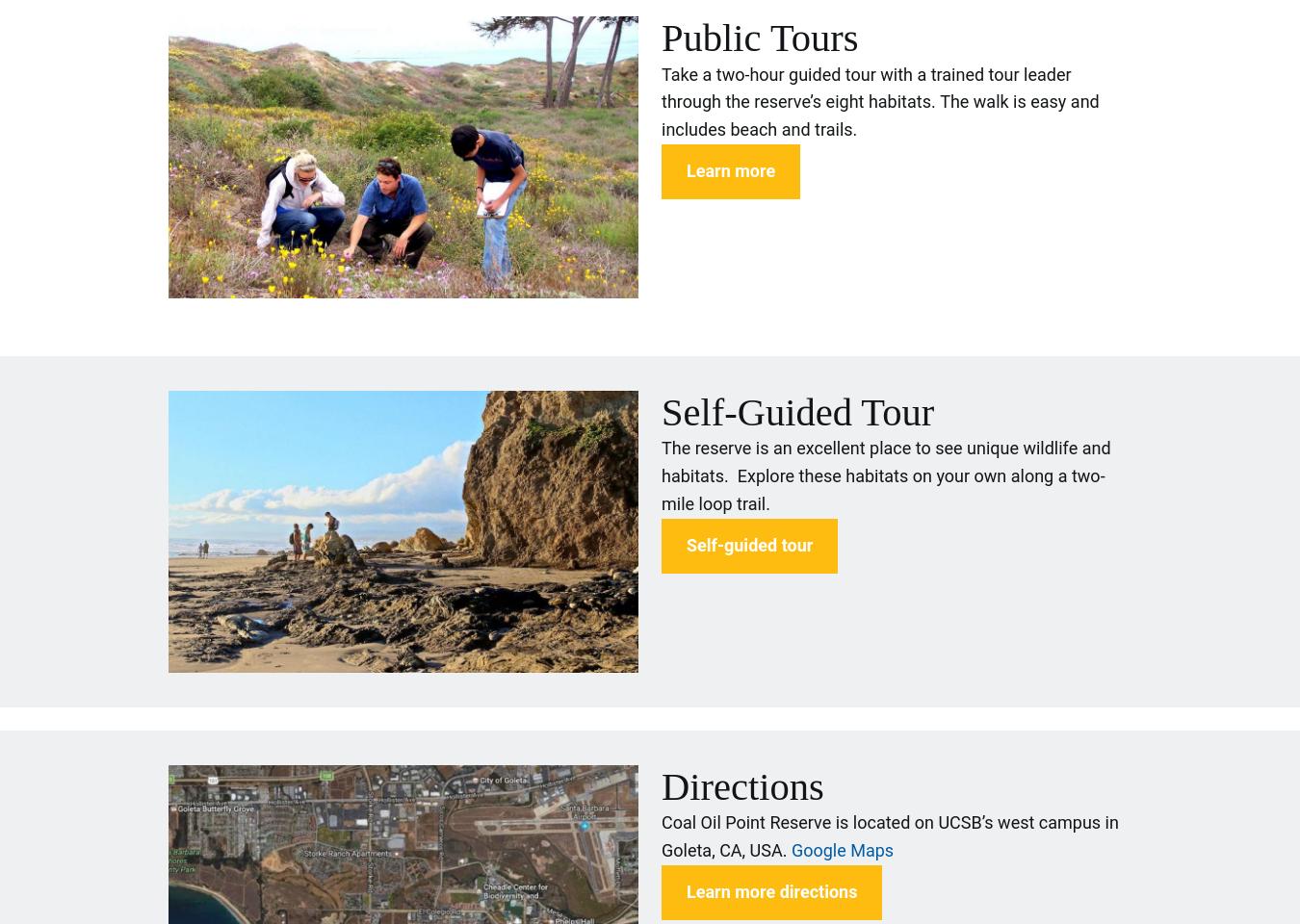 The width and height of the screenshot is (1300, 924). What do you see at coordinates (729, 168) in the screenshot?
I see `'Learn more'` at bounding box center [729, 168].